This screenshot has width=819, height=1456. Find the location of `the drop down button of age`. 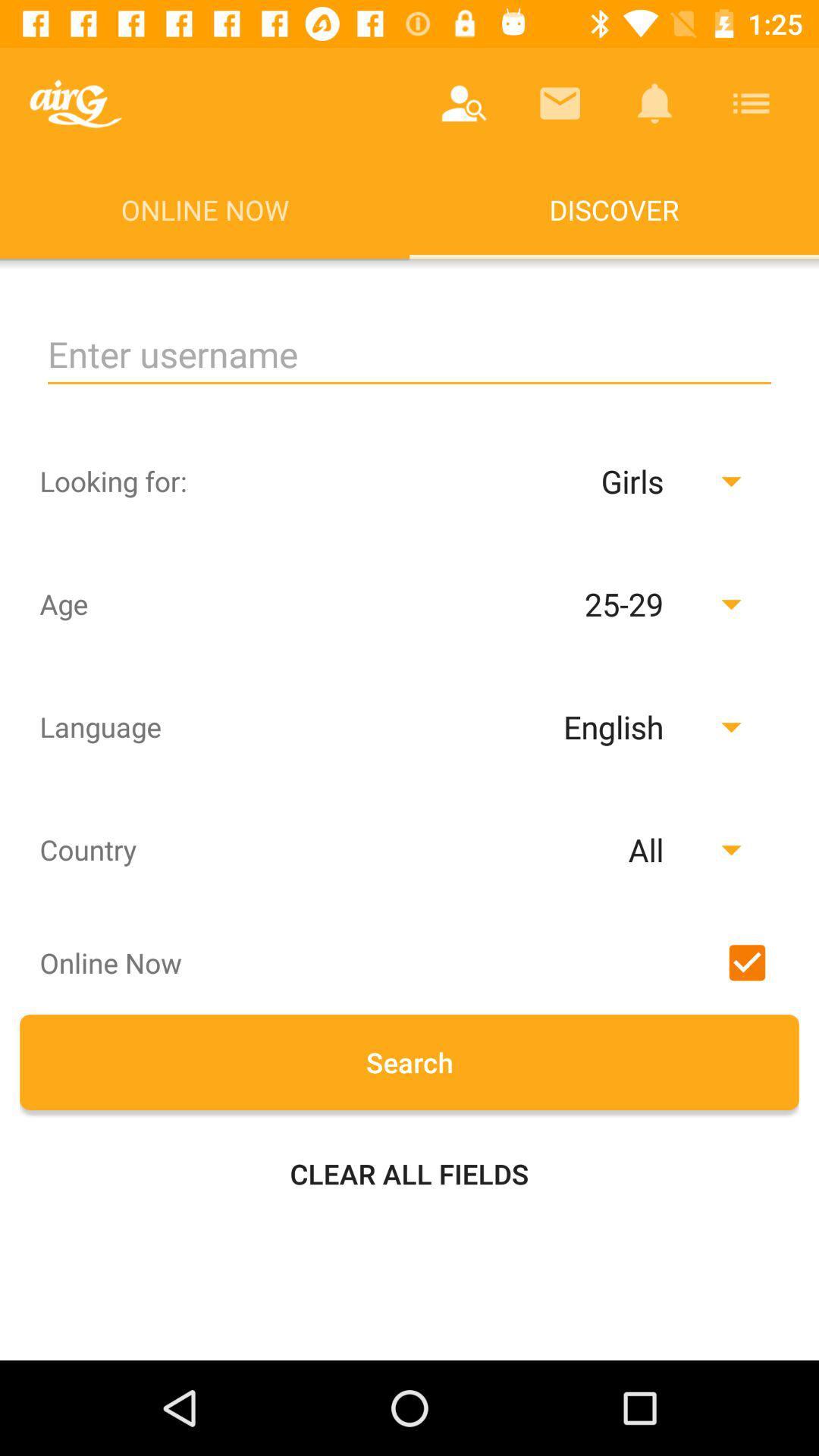

the drop down button of age is located at coordinates (663, 603).